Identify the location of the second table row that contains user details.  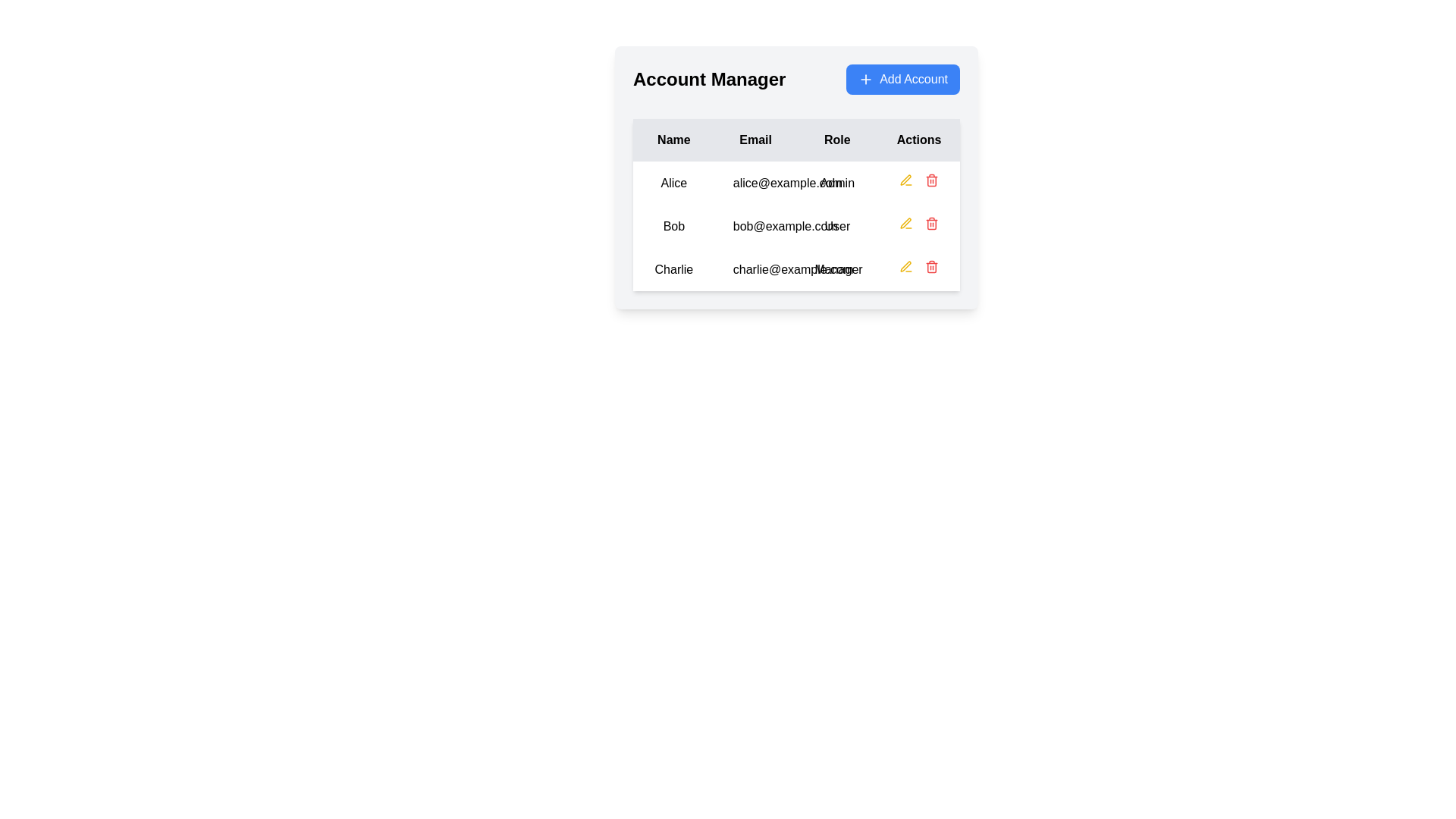
(795, 226).